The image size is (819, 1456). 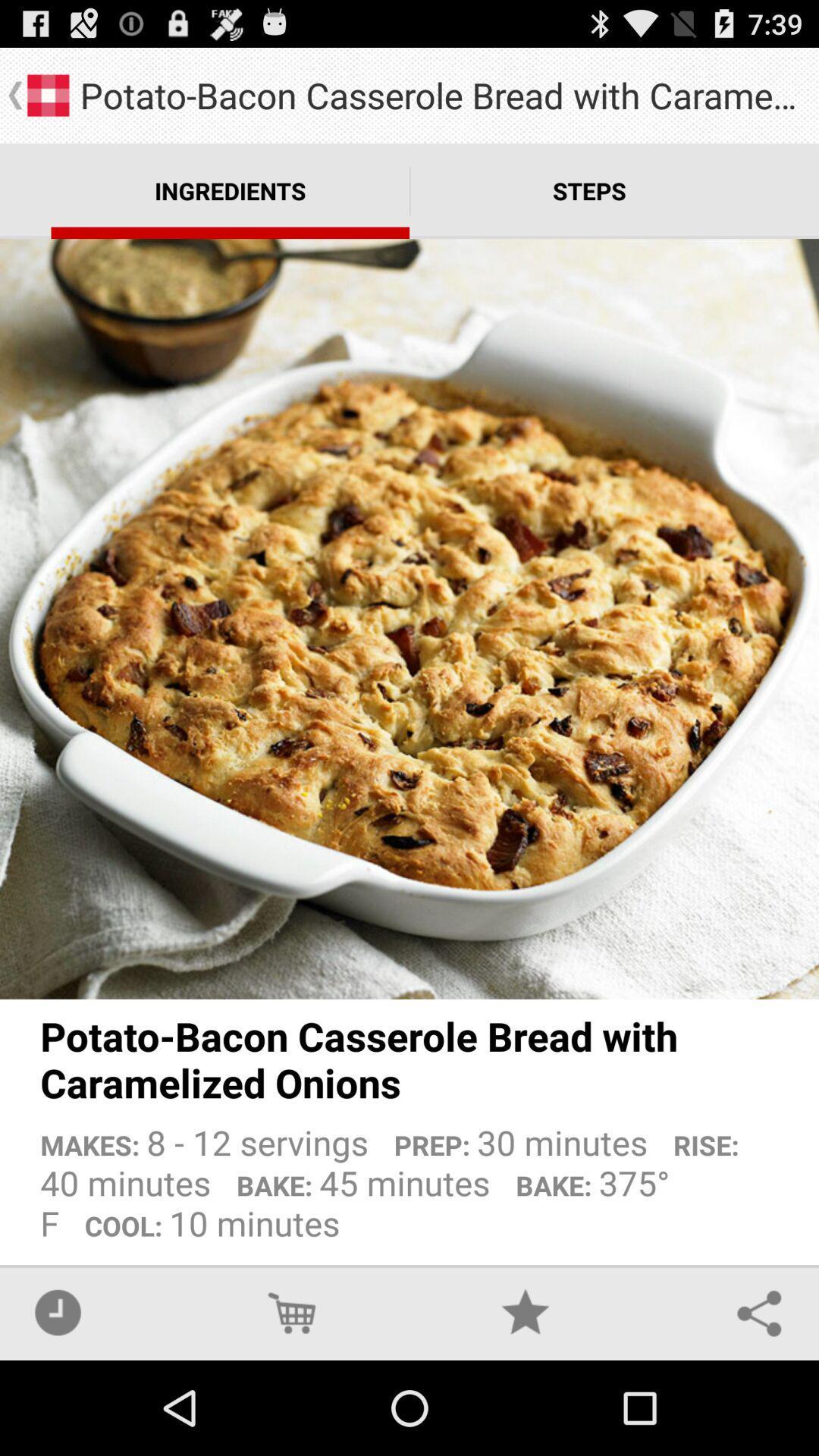 What do you see at coordinates (759, 1312) in the screenshot?
I see `icon at the bottom right corner` at bounding box center [759, 1312].